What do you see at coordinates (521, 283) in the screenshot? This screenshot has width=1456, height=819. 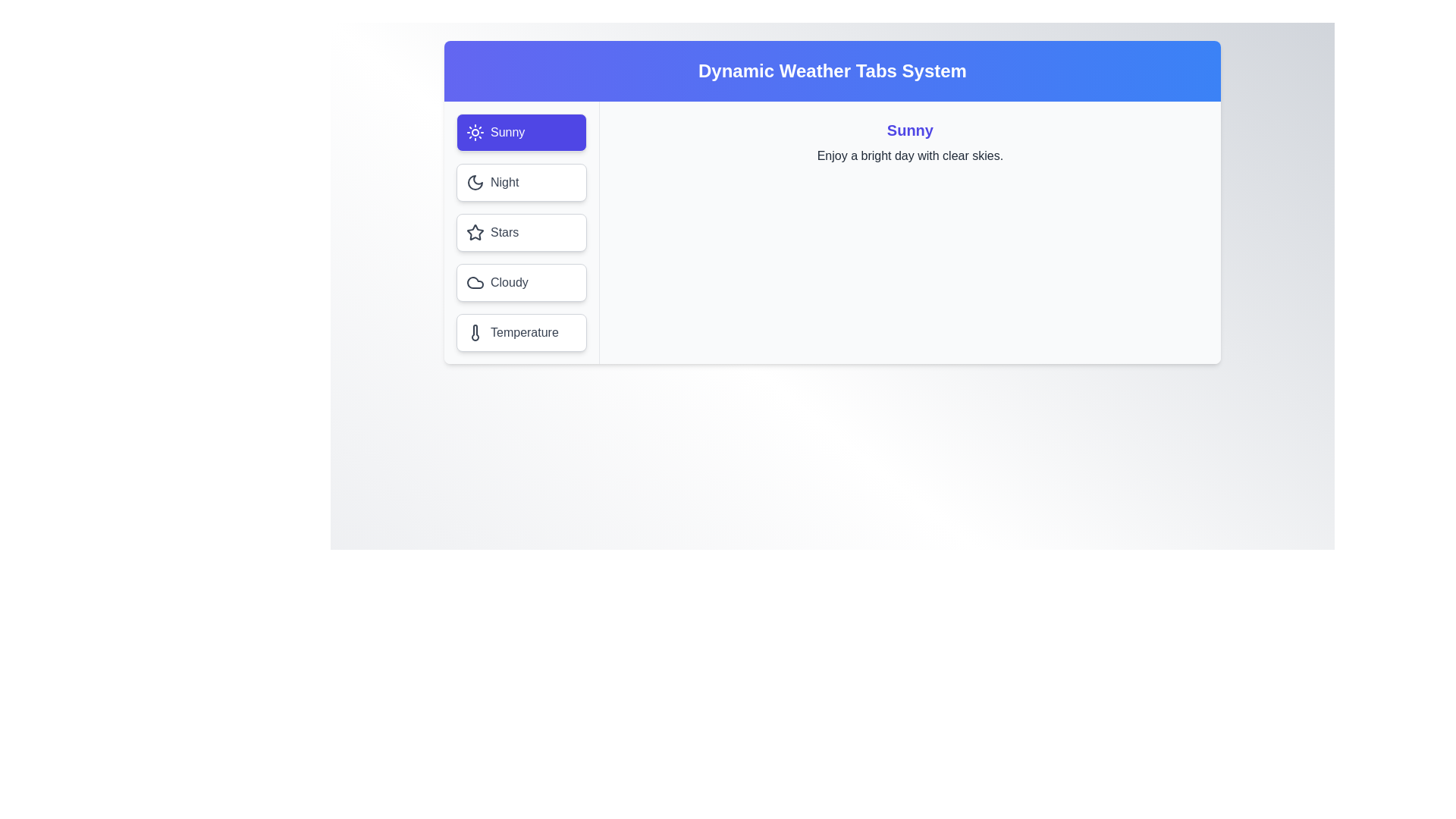 I see `the Cloudy tab` at bounding box center [521, 283].